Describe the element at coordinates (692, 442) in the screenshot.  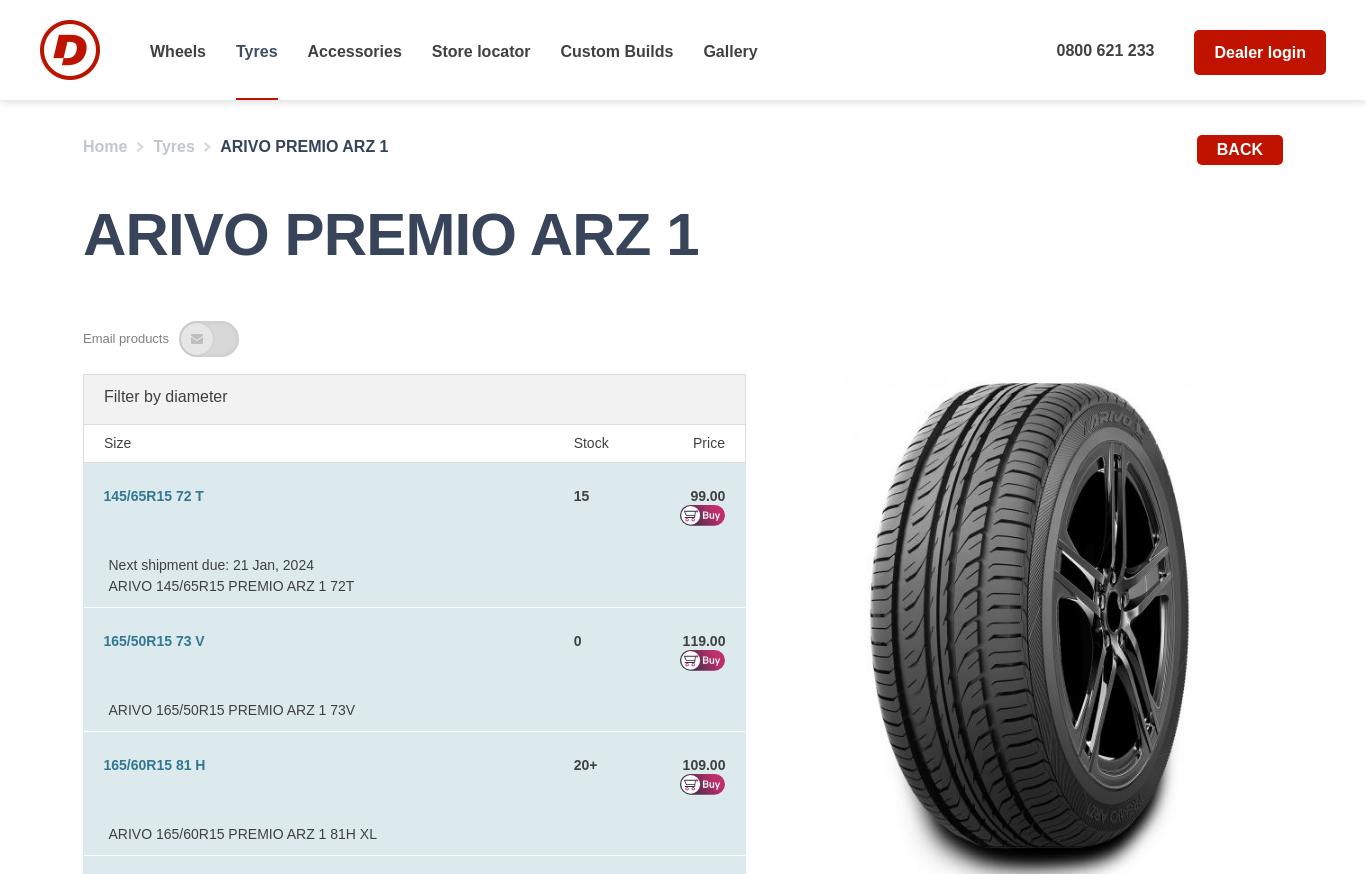
I see `'Price'` at that location.